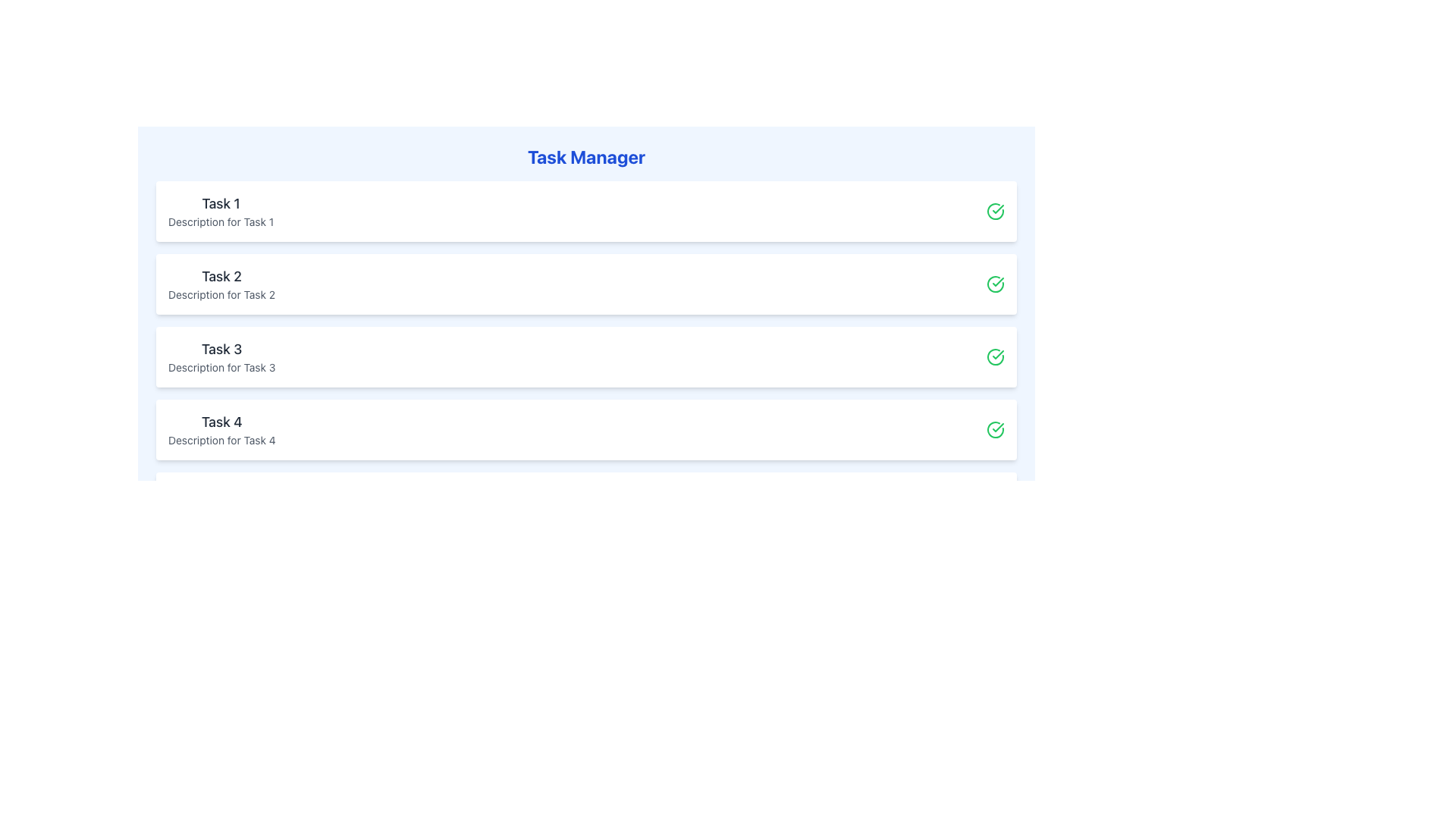  I want to click on the text label displaying 'Task 4' which is part of the fourth task card in a vertical list, styled in gray and bold font, so click(221, 422).